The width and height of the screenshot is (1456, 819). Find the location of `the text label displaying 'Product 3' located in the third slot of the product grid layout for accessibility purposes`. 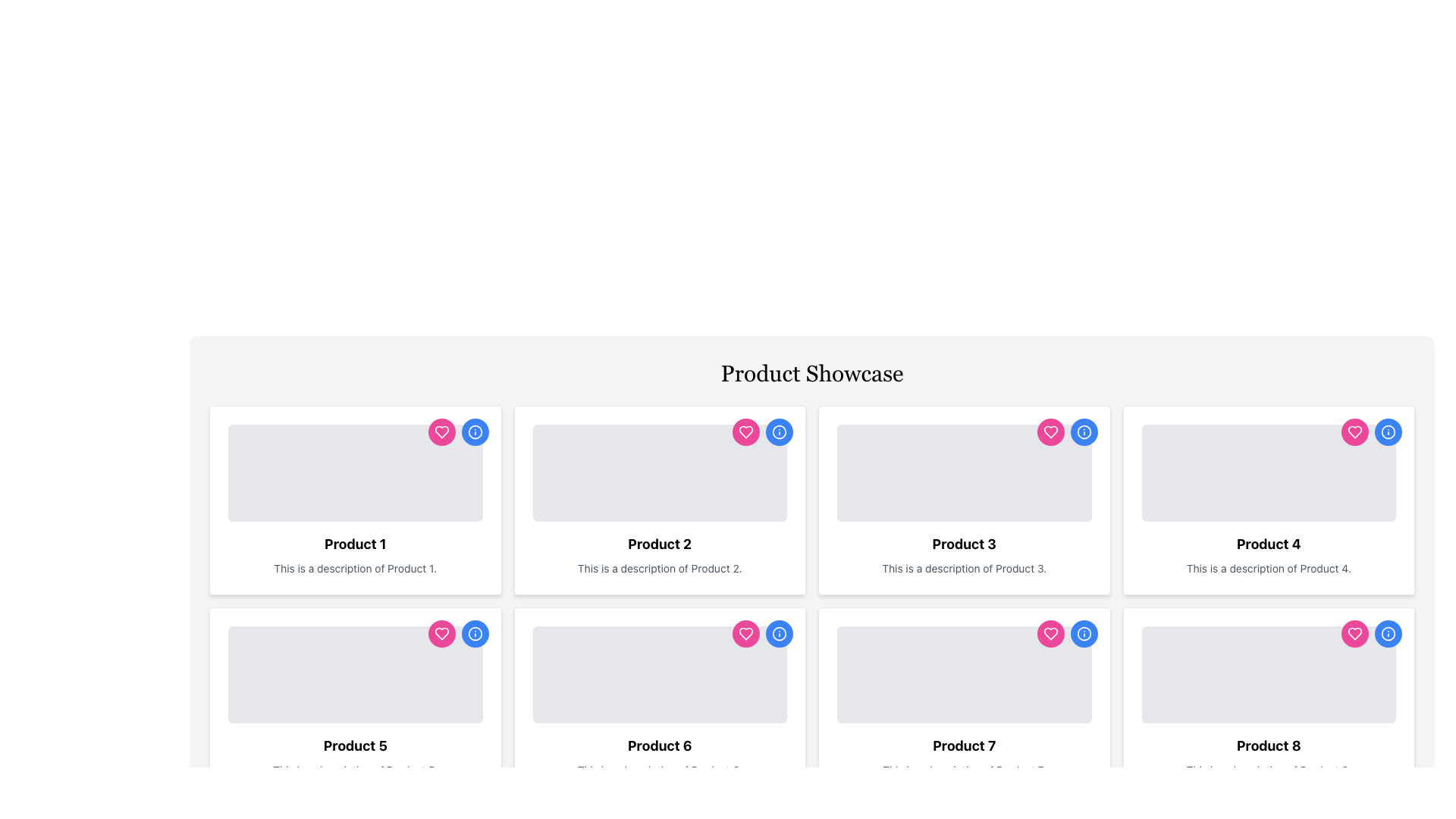

the text label displaying 'Product 3' located in the third slot of the product grid layout for accessibility purposes is located at coordinates (963, 543).